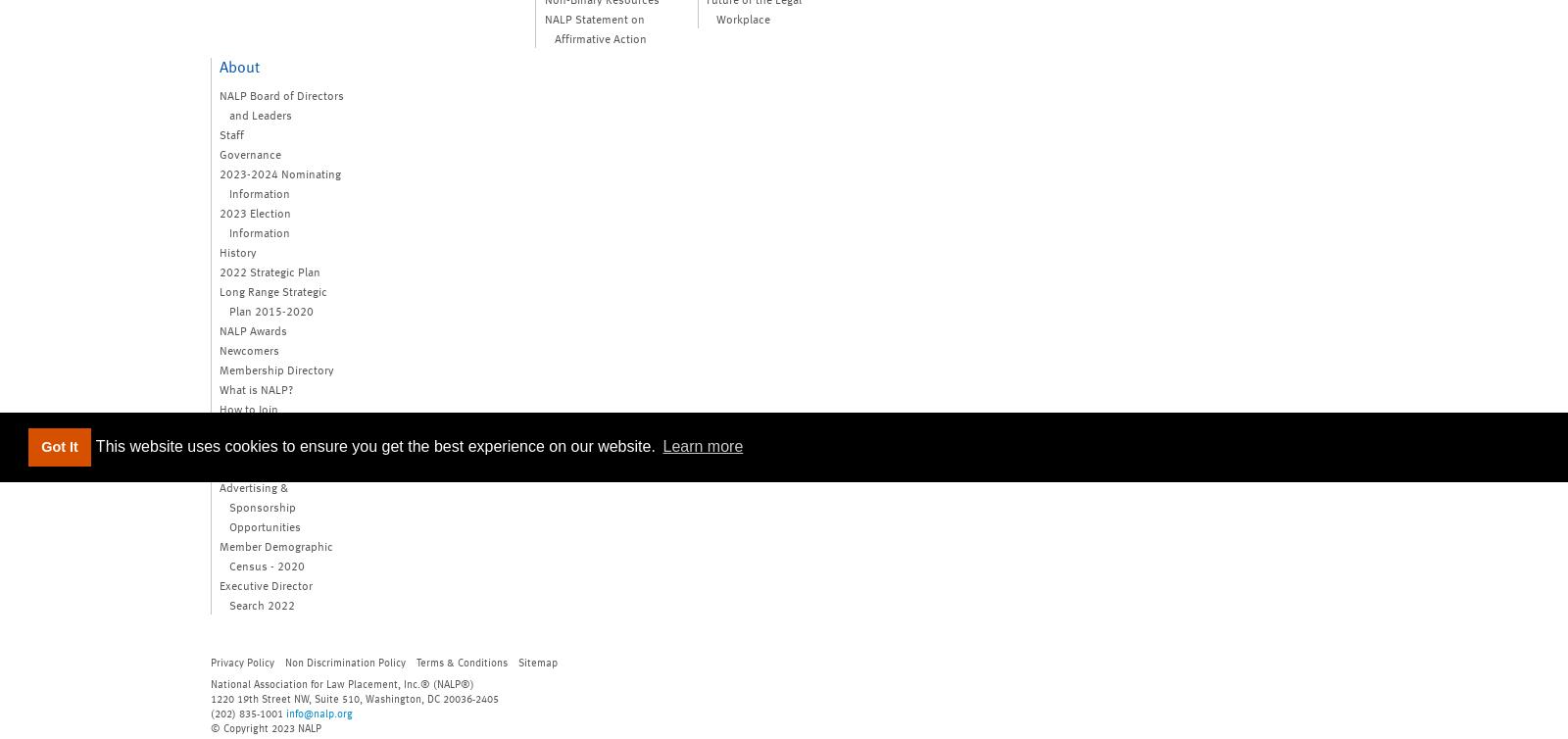 This screenshot has height=739, width=1568. I want to click on 'Executive Director Search 2022', so click(266, 592).